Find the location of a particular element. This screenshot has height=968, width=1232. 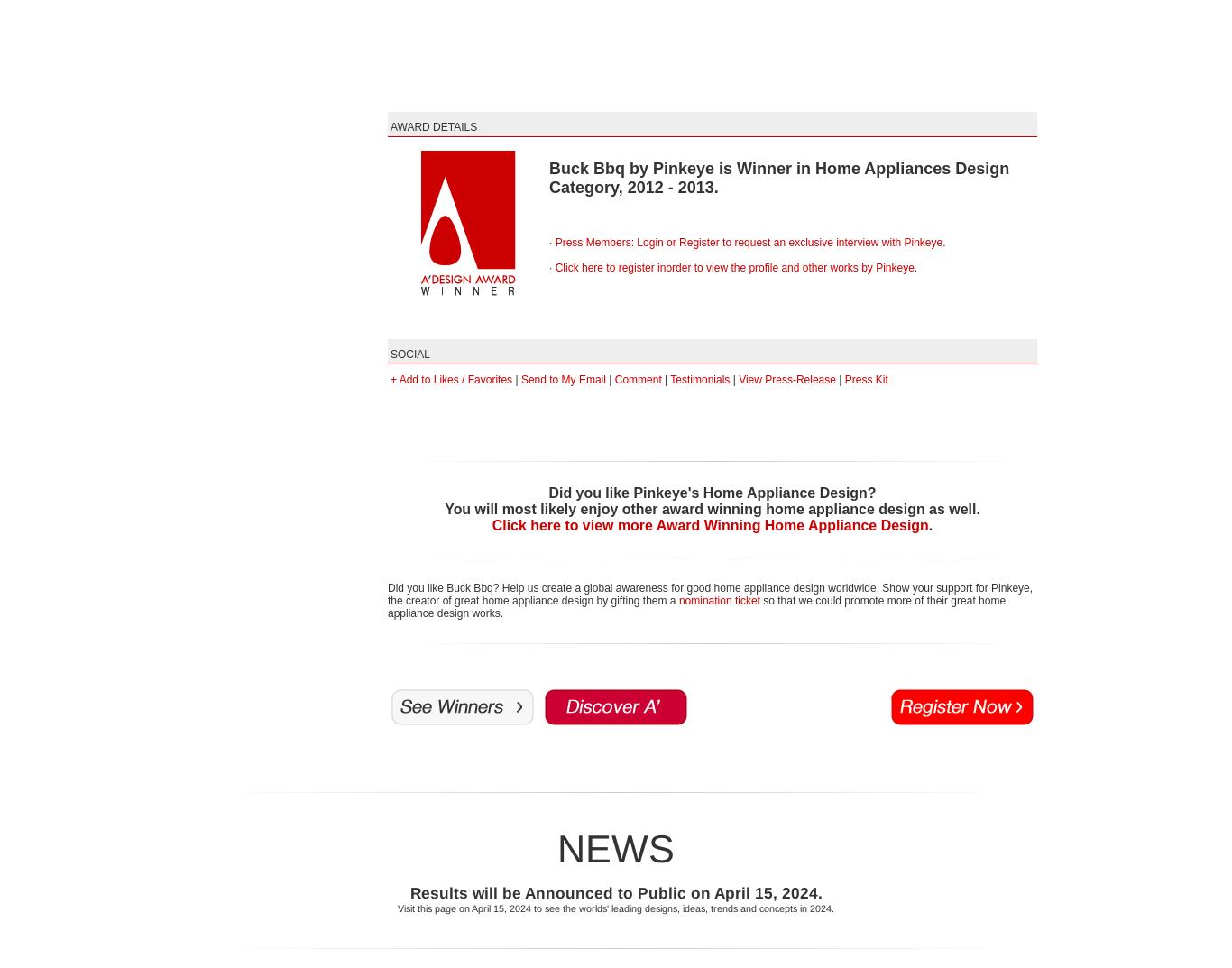

'Comment' is located at coordinates (612, 380).